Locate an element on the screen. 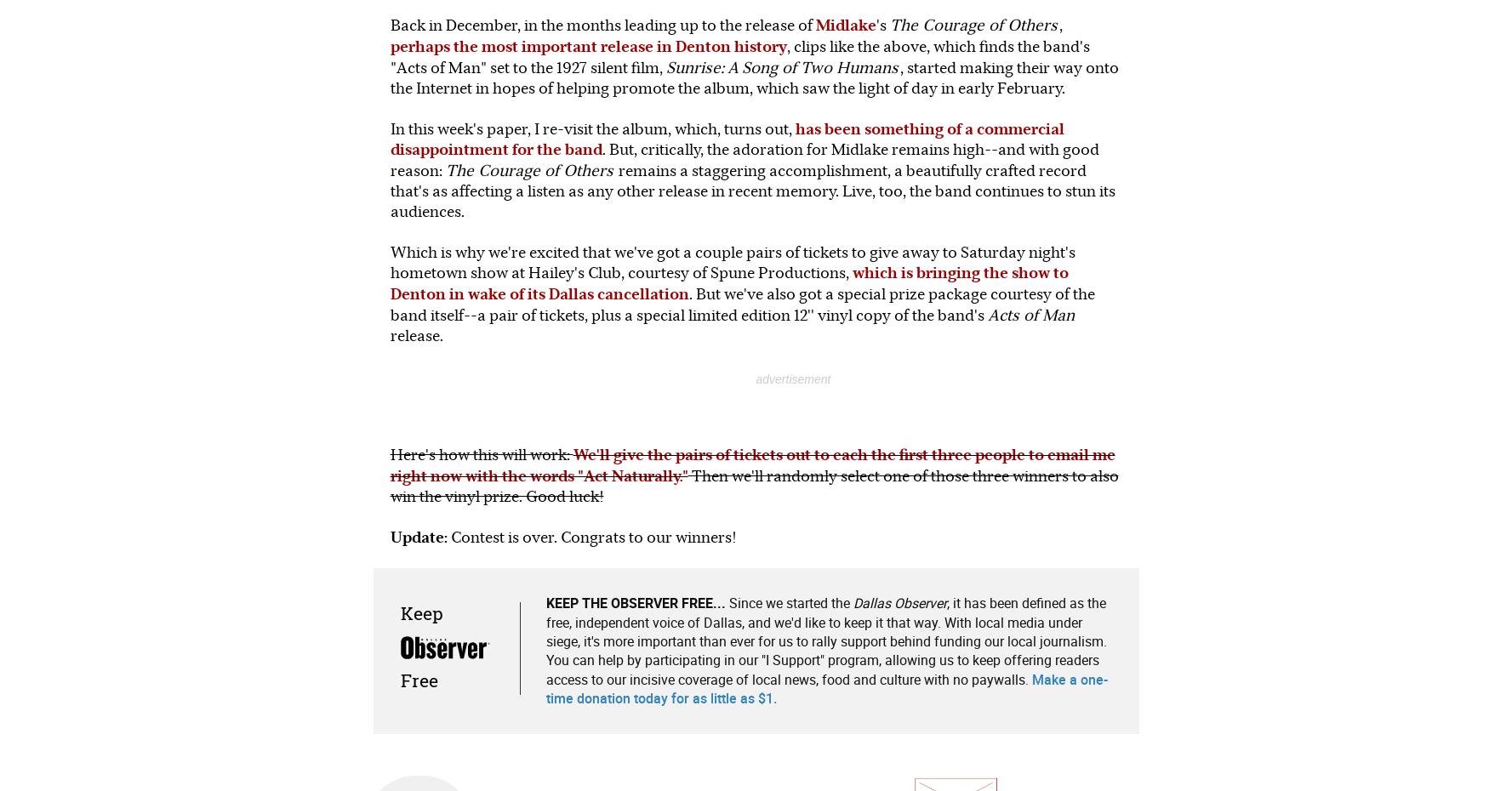  'In this week's paper, I re-visit the album, which, turns out,' is located at coordinates (591, 128).